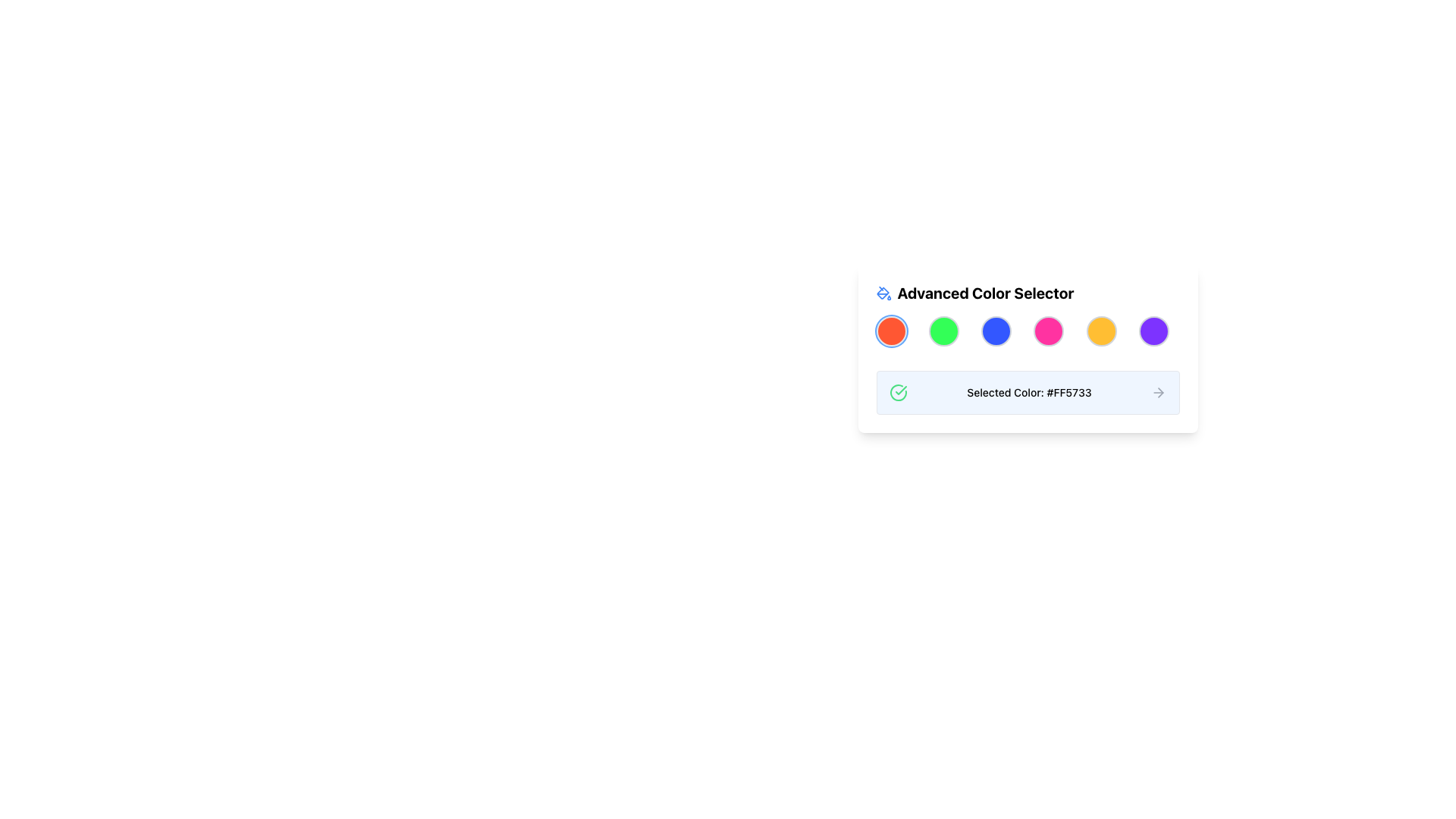 Image resolution: width=1456 pixels, height=819 pixels. What do you see at coordinates (1029, 391) in the screenshot?
I see `displayed color information from the text label located at the bottom of the notification card with a light blue background, positioned to the right of a green checkmark icon` at bounding box center [1029, 391].